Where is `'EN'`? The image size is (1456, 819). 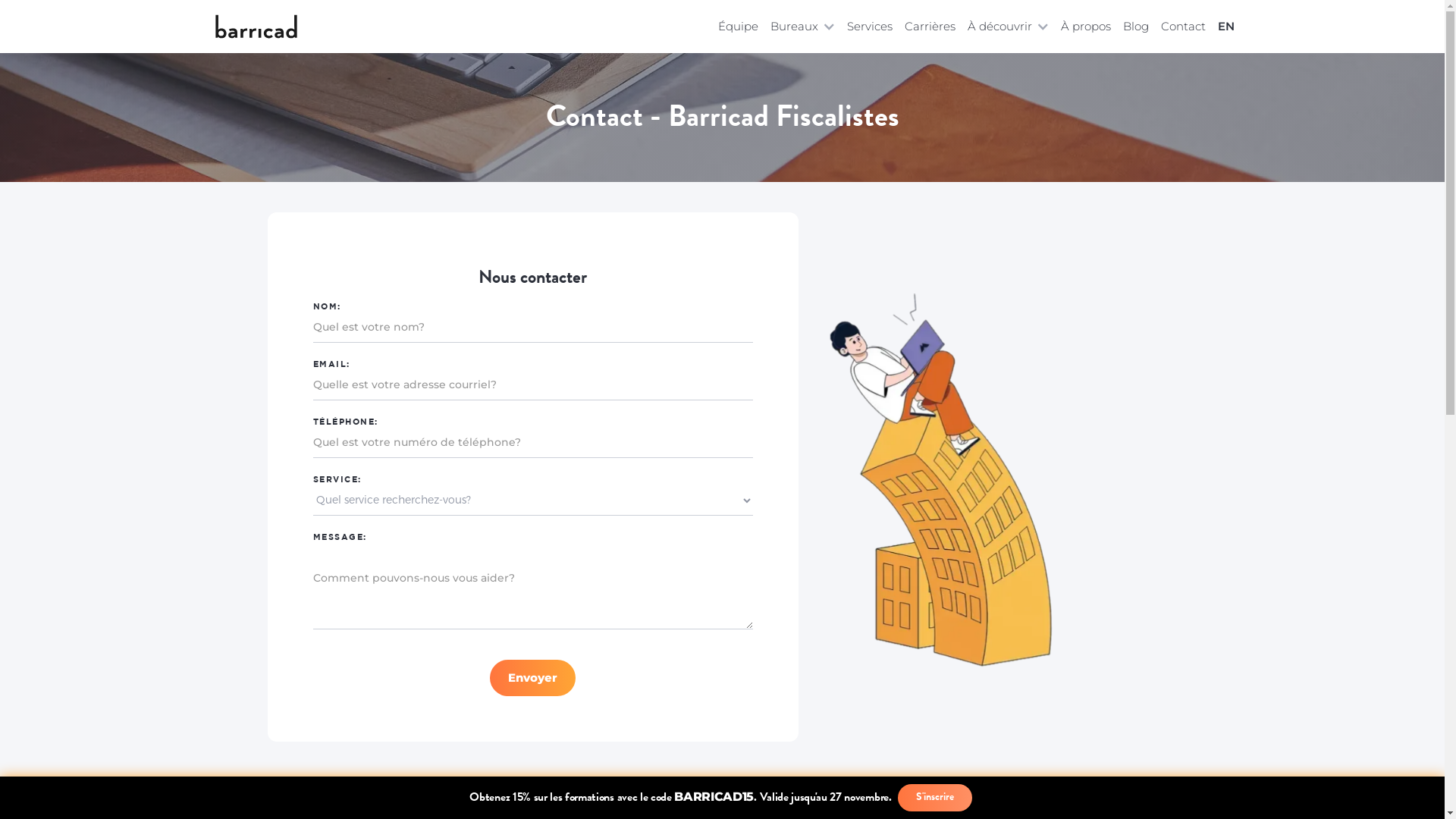 'EN' is located at coordinates (1211, 26).